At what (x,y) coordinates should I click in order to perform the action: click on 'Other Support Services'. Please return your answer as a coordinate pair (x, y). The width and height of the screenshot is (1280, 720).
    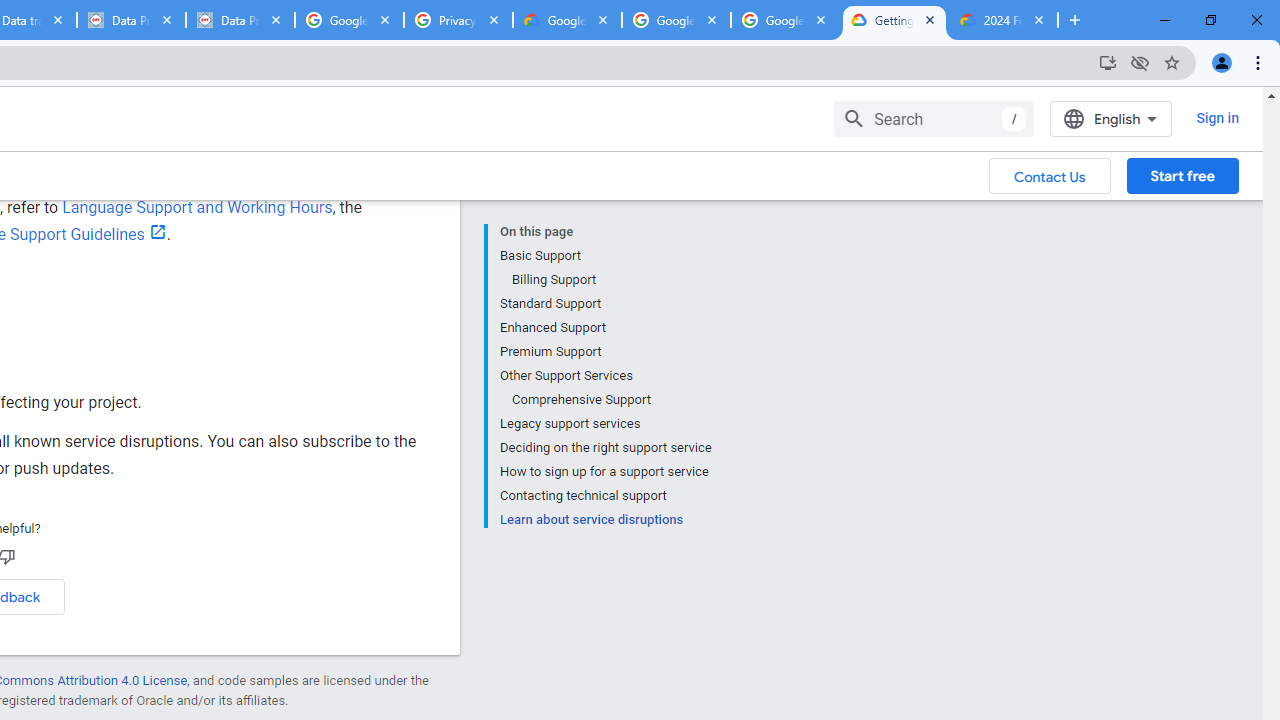
    Looking at the image, I should click on (604, 376).